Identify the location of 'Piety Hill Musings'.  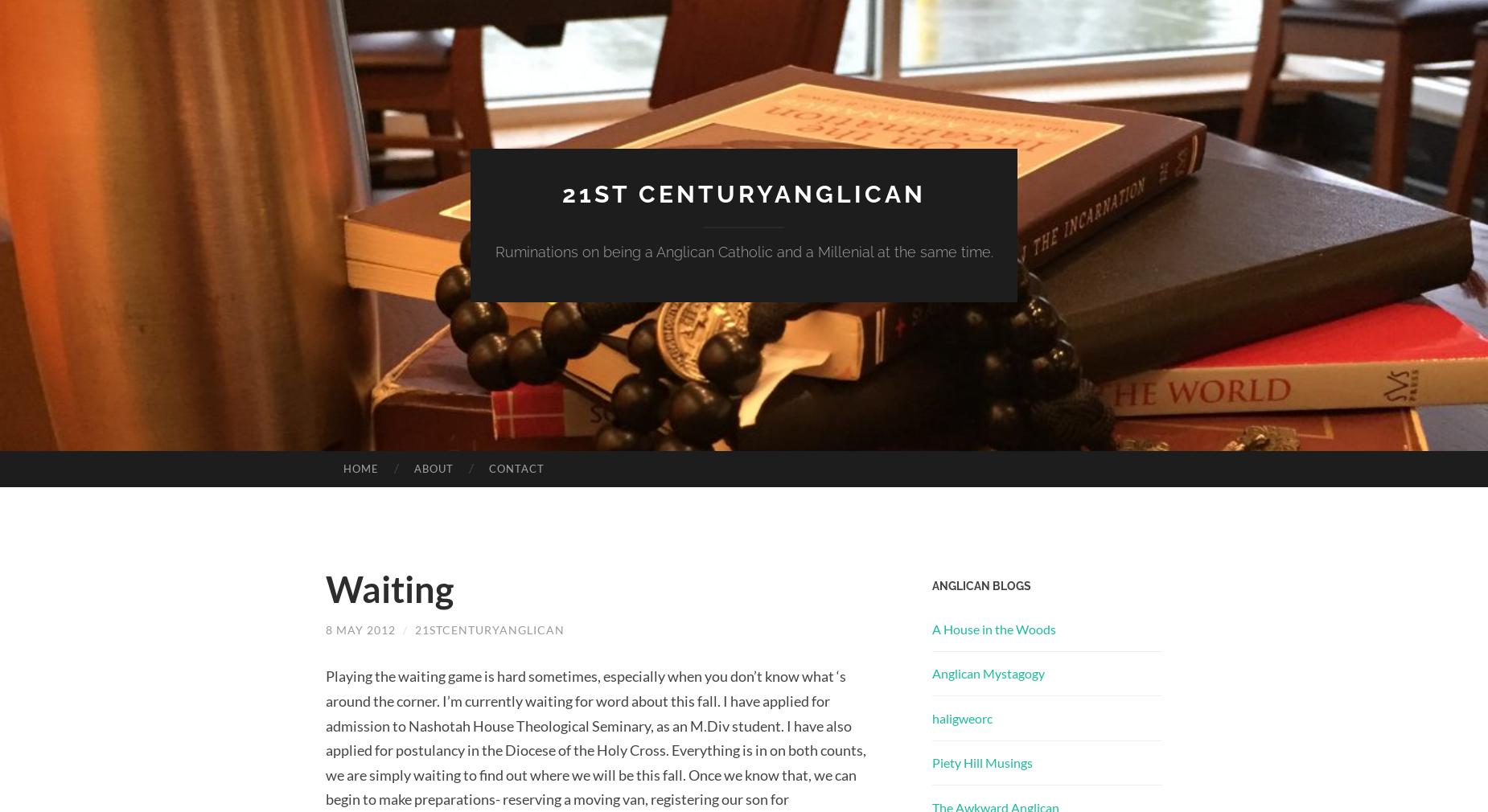
(981, 762).